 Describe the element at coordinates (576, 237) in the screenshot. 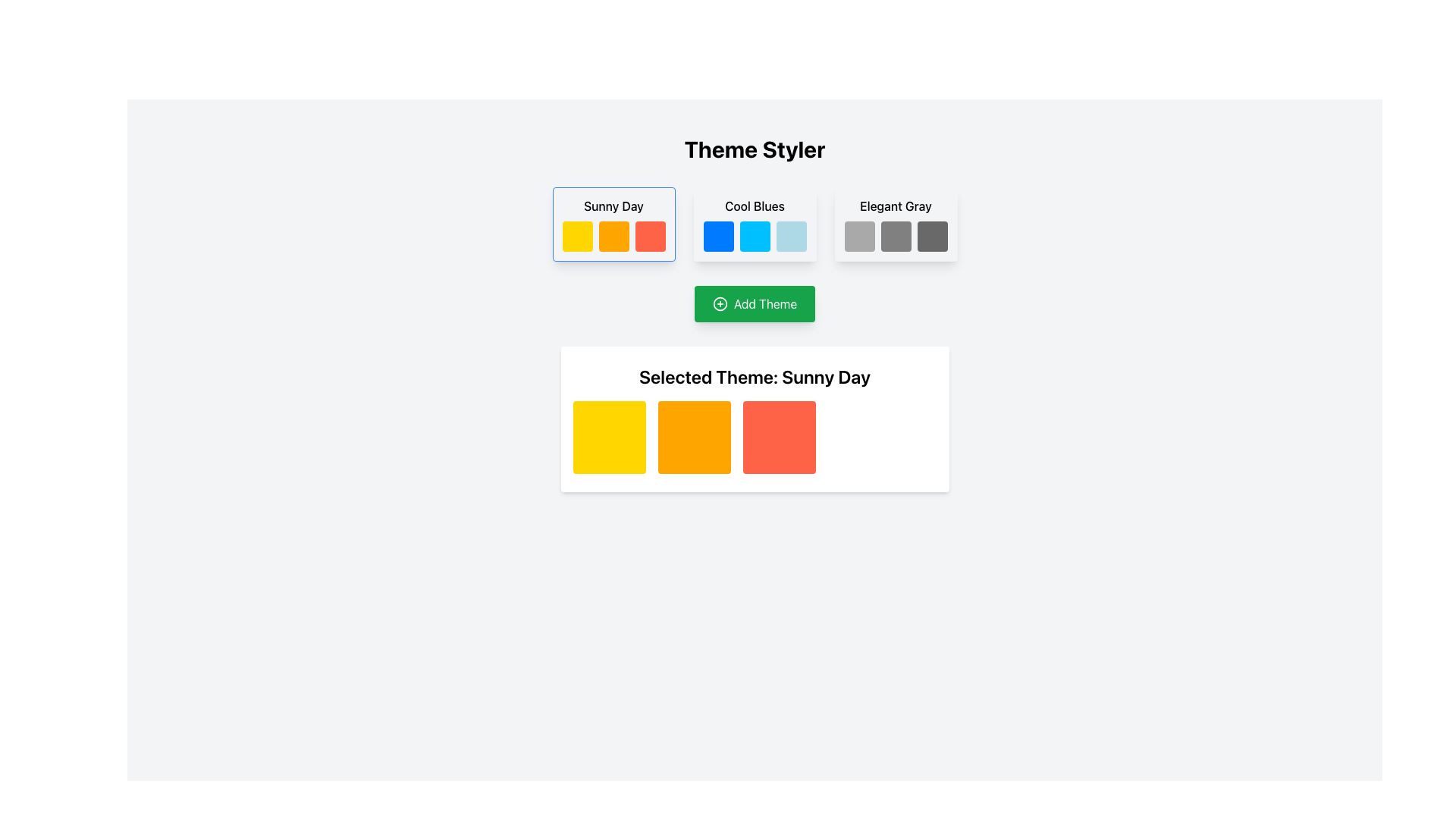

I see `the first color box representing a theme color option within the 'Sunny Day' theme selector in the top-left section of the 'Theme Styler' interface` at that location.